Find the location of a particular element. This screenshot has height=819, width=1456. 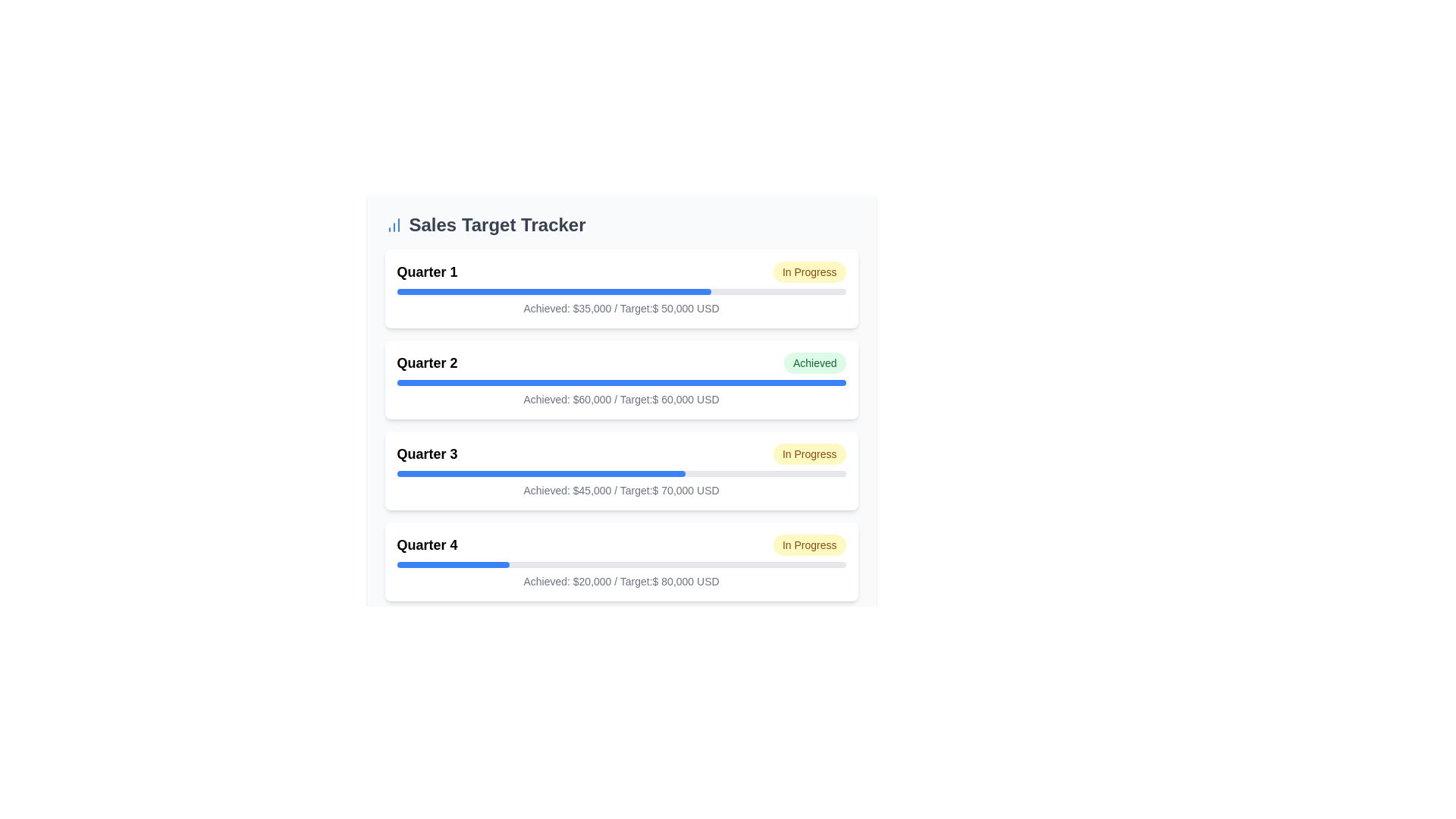

the progress bar in the 'Quarter 3' section of the 'Sales Target Tracker' dashboard to visually represent the proportion of the target sales achieved relative to the overall target for Quarter 3 is located at coordinates (621, 472).